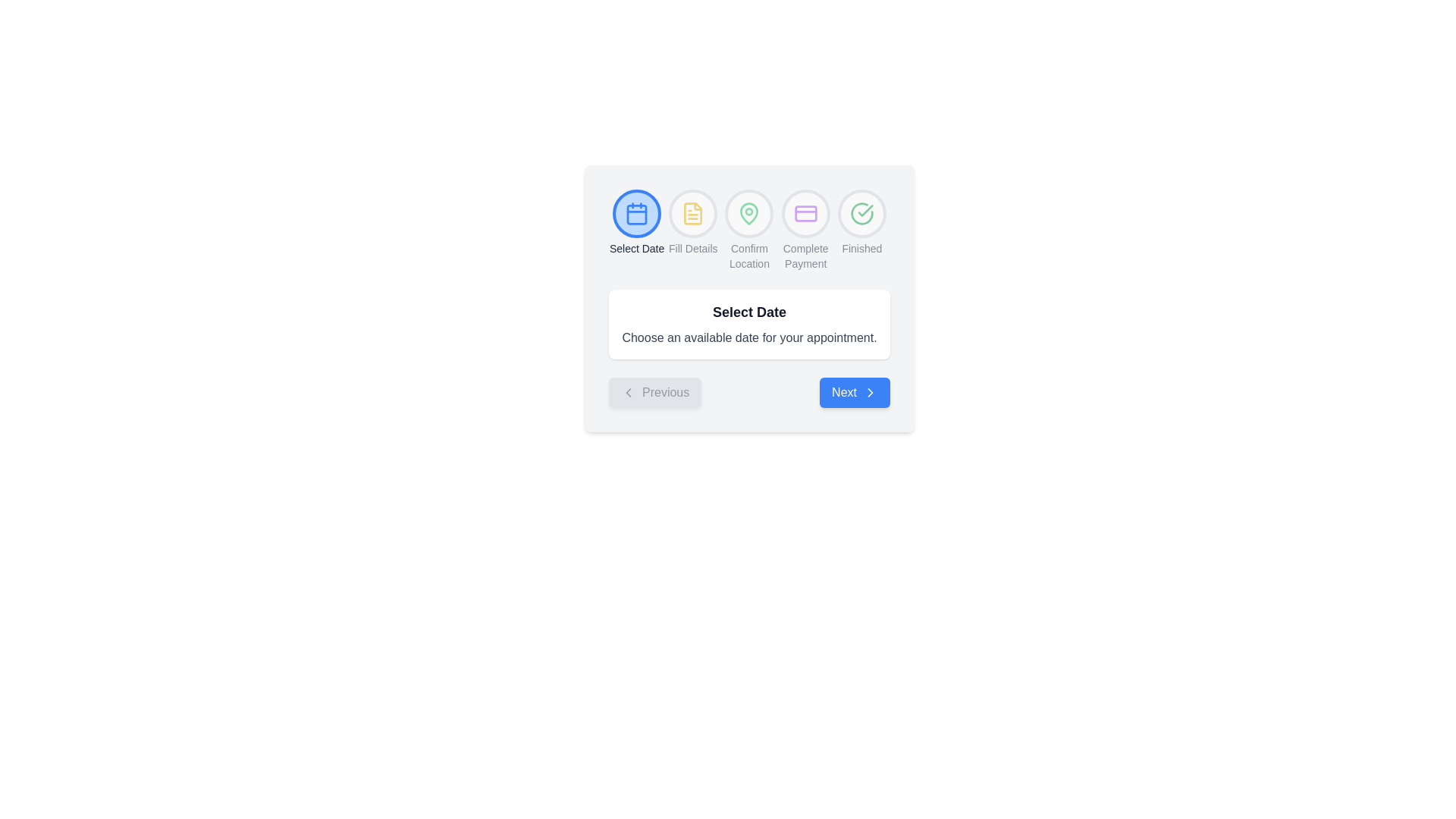  I want to click on the chevron icon, so click(629, 391).